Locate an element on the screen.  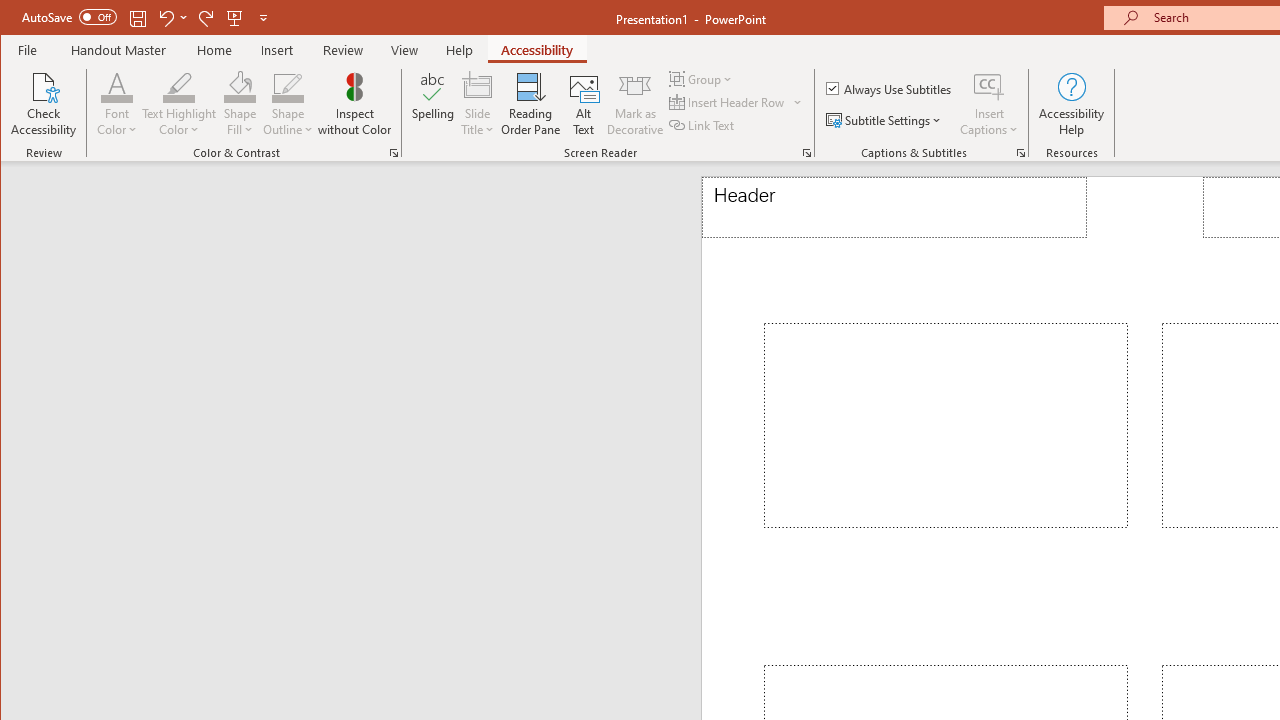
'Accessibility Help' is located at coordinates (1071, 104).